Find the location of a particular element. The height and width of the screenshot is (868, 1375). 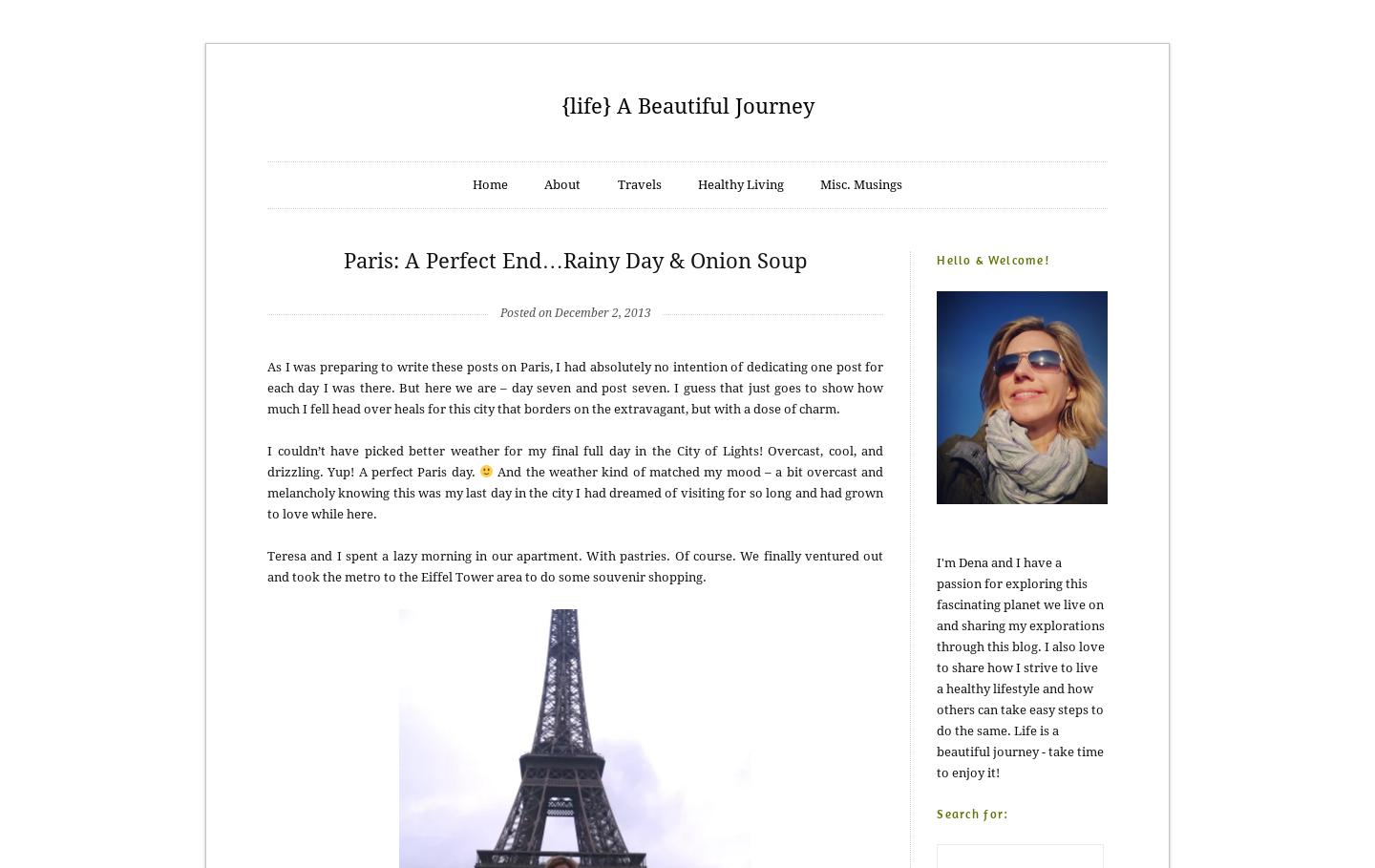

'Healthy Living' is located at coordinates (695, 184).